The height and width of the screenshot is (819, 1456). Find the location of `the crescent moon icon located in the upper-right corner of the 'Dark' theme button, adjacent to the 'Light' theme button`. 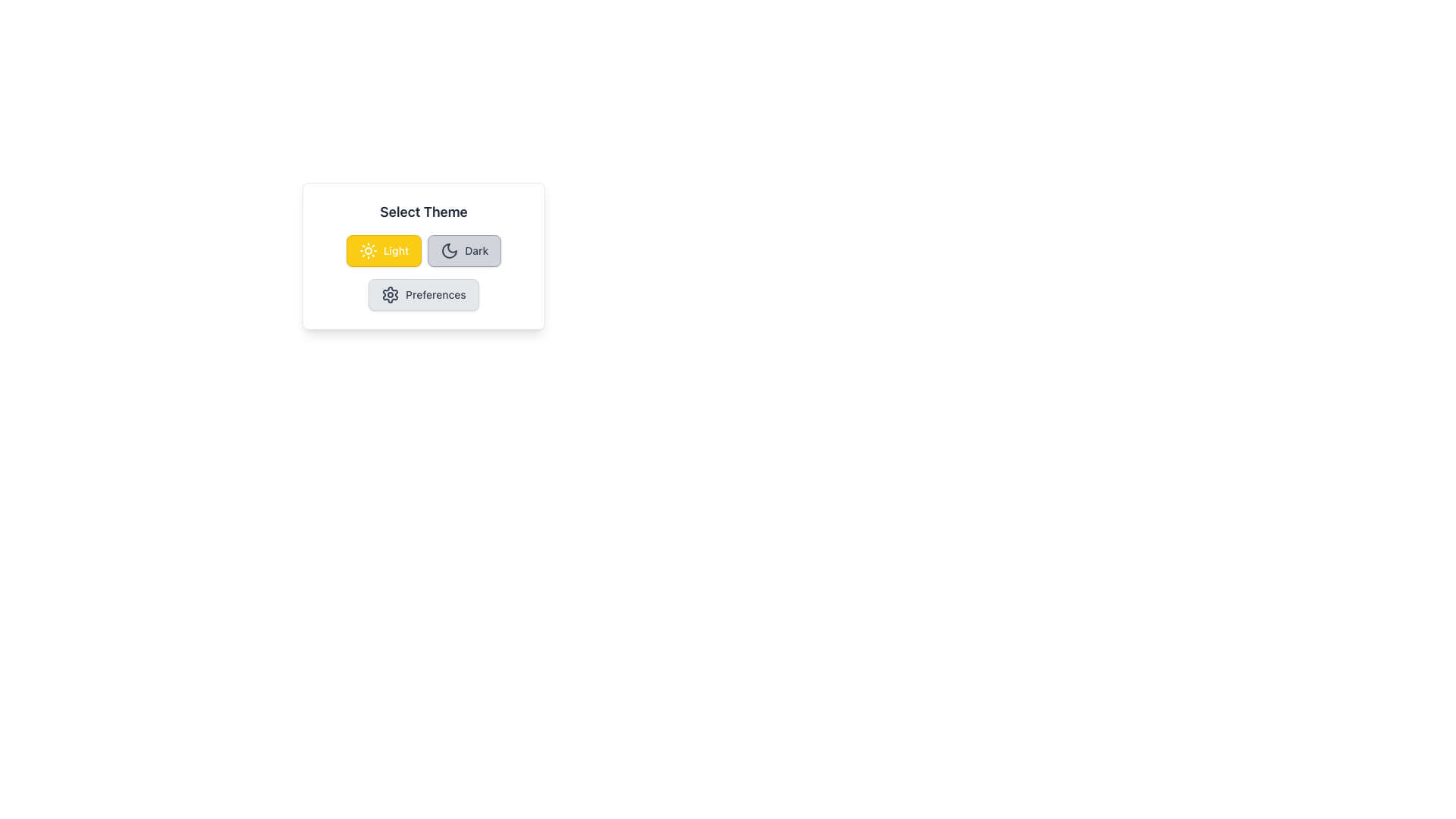

the crescent moon icon located in the upper-right corner of the 'Dark' theme button, adjacent to the 'Light' theme button is located at coordinates (449, 250).